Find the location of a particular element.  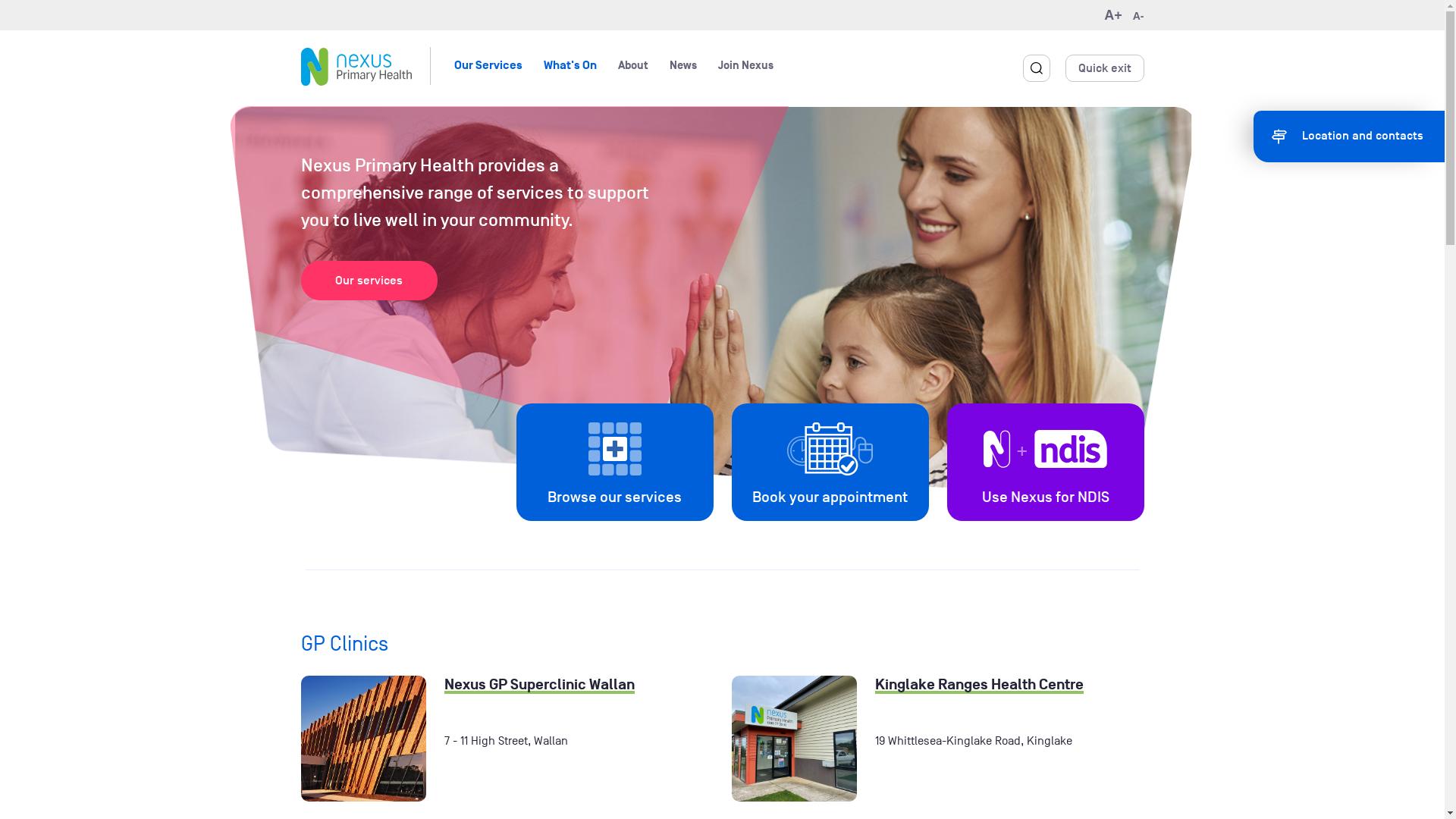

'Location and contacts' is located at coordinates (1349, 136).